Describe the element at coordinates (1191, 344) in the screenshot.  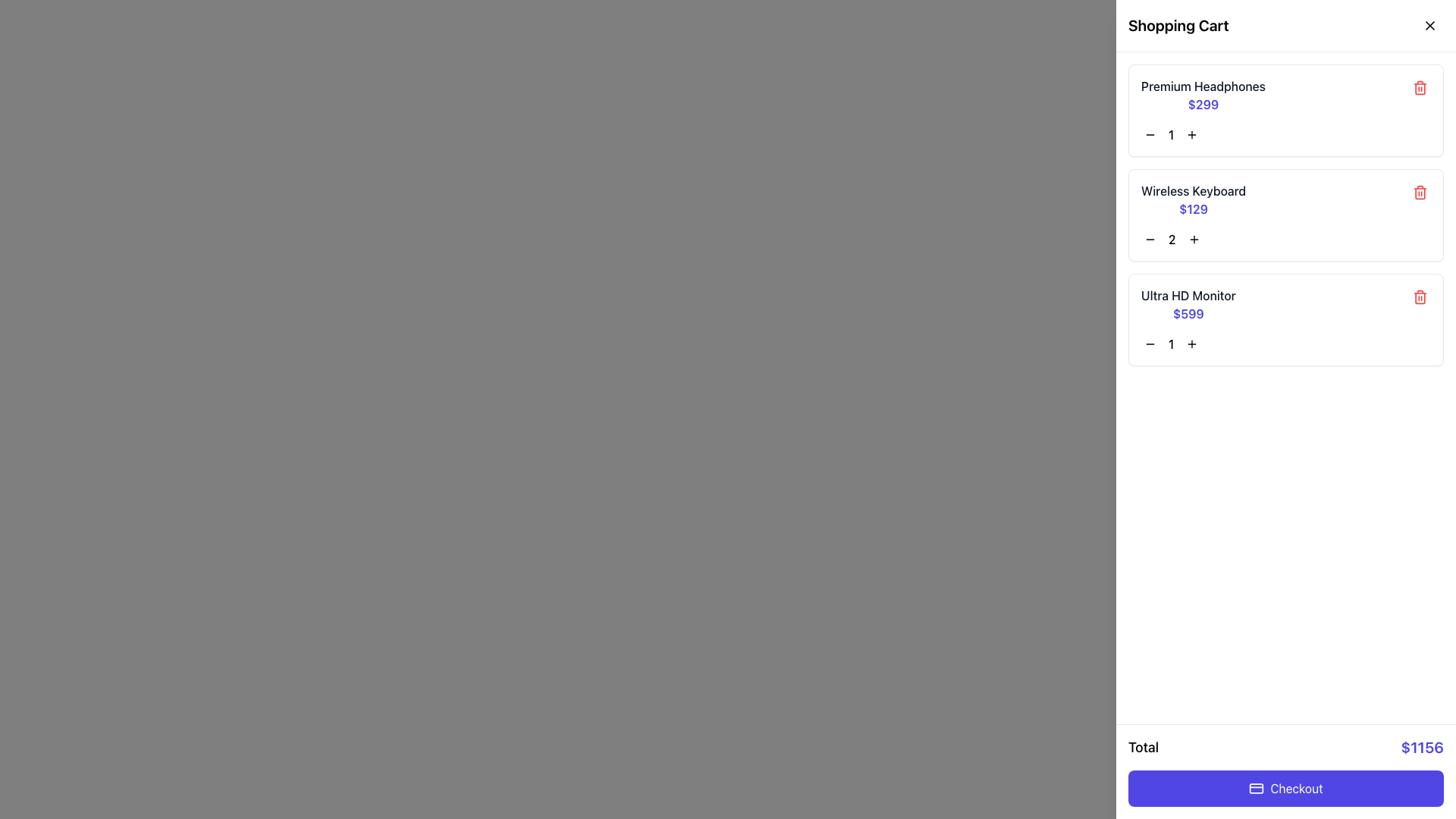
I see `the increment button styled as a small circular icon with a '+' symbol, located in the quantity section of the shopping cart for the 'Ultra HD Monitor.'` at that location.